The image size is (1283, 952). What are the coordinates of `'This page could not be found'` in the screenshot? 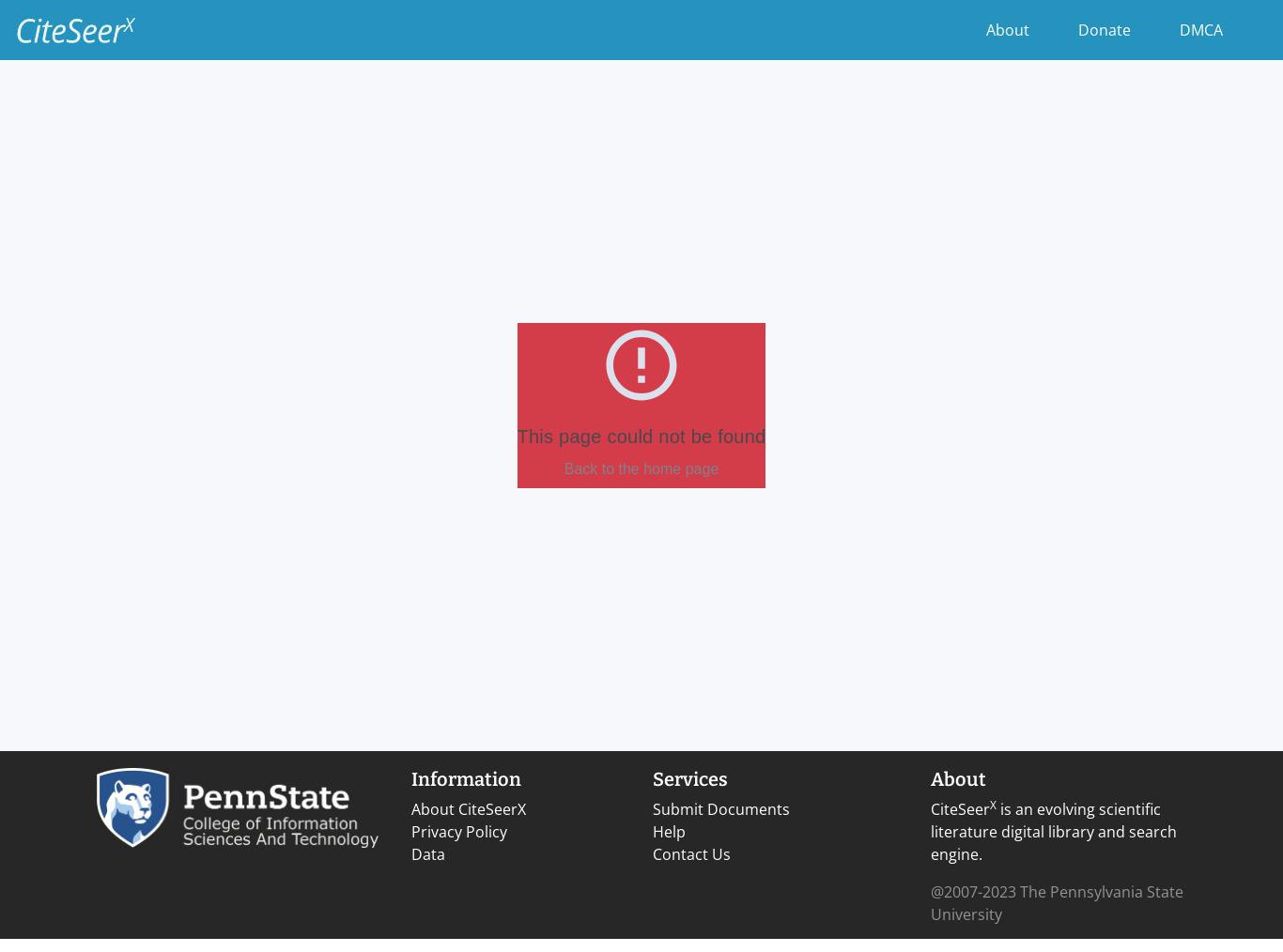 It's located at (640, 437).